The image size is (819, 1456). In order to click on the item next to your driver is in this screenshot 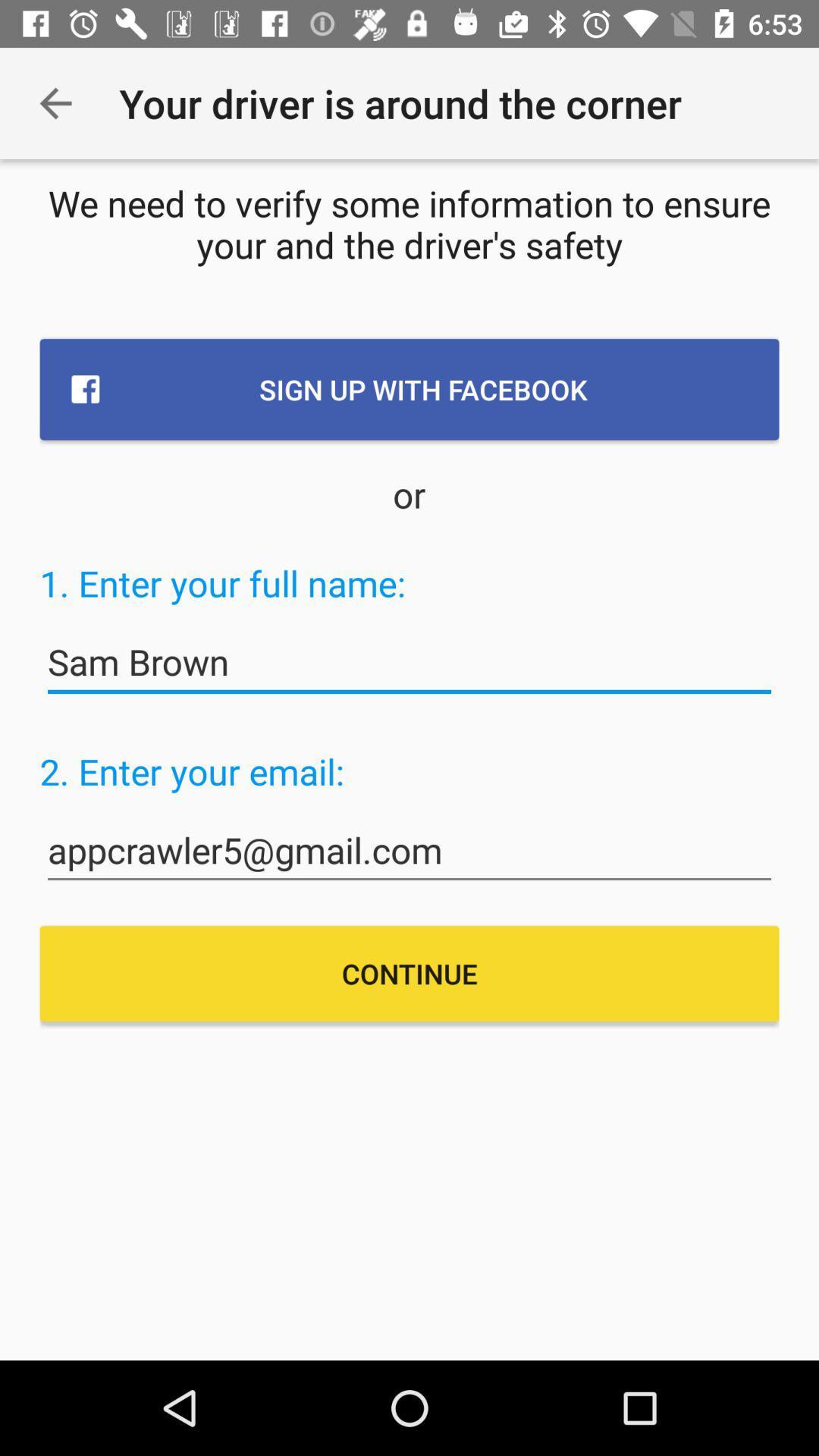, I will do `click(55, 102)`.